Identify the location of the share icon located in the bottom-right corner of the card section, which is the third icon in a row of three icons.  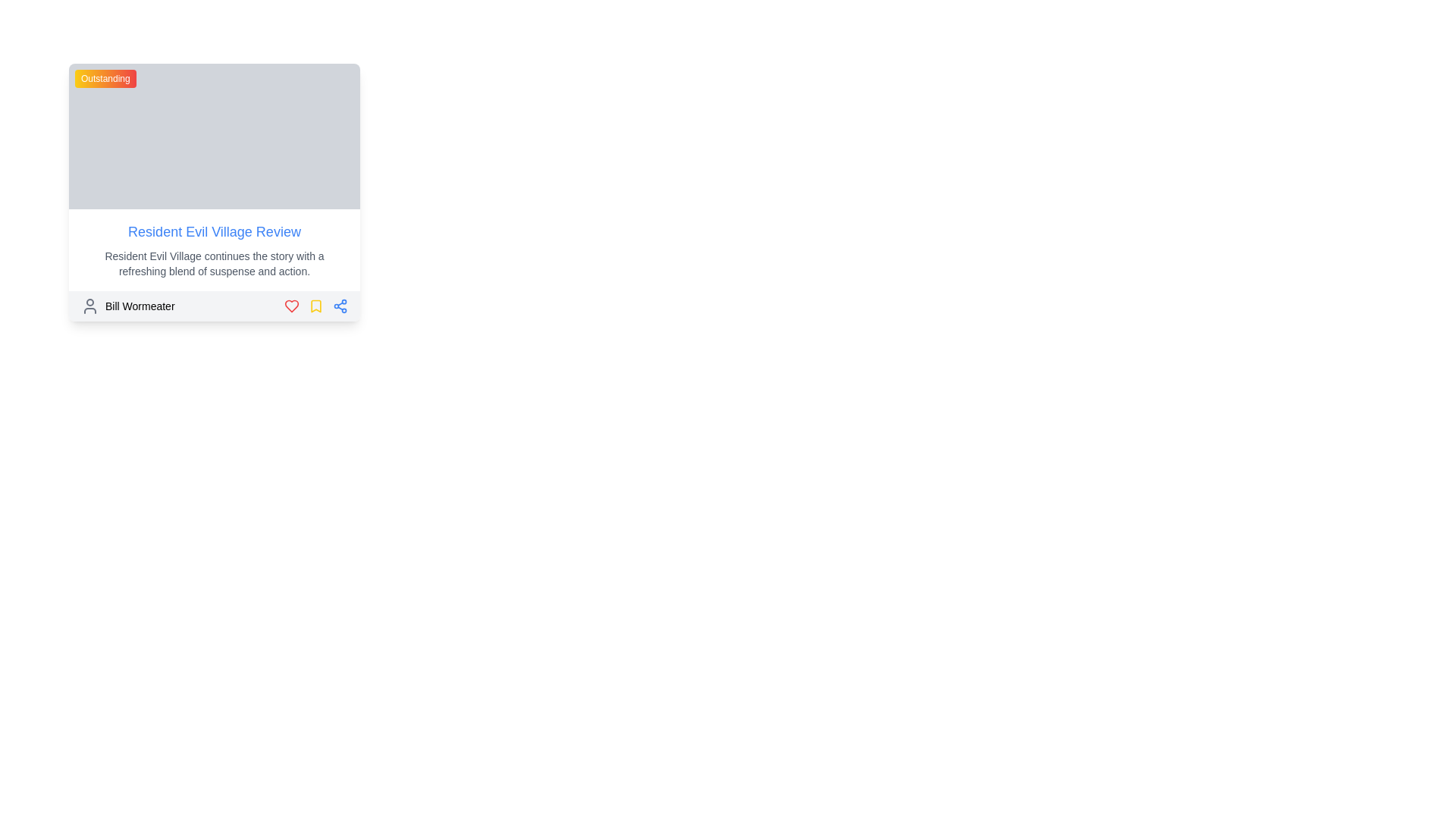
(340, 306).